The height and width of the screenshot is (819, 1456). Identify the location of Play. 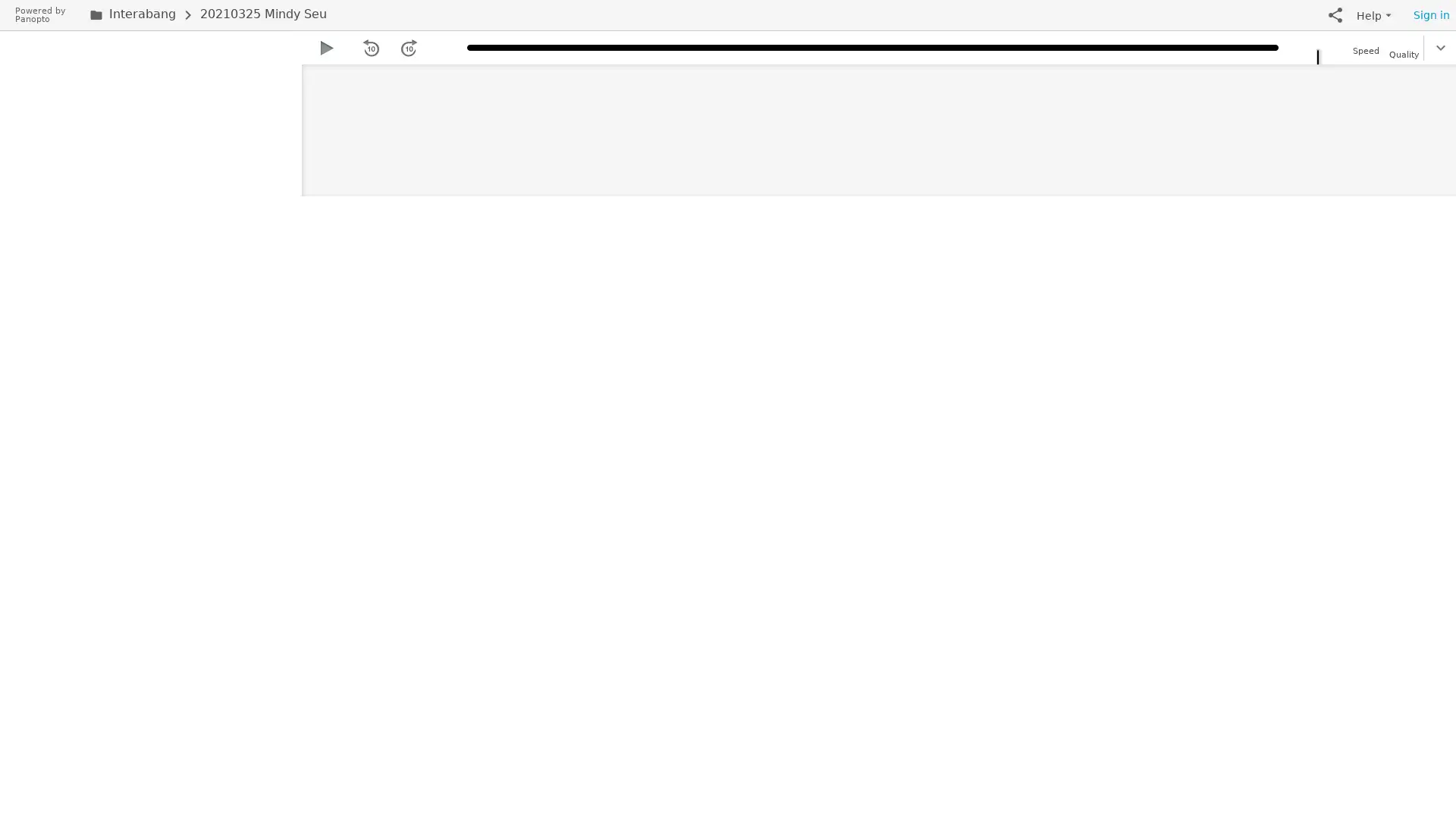
(326, 46).